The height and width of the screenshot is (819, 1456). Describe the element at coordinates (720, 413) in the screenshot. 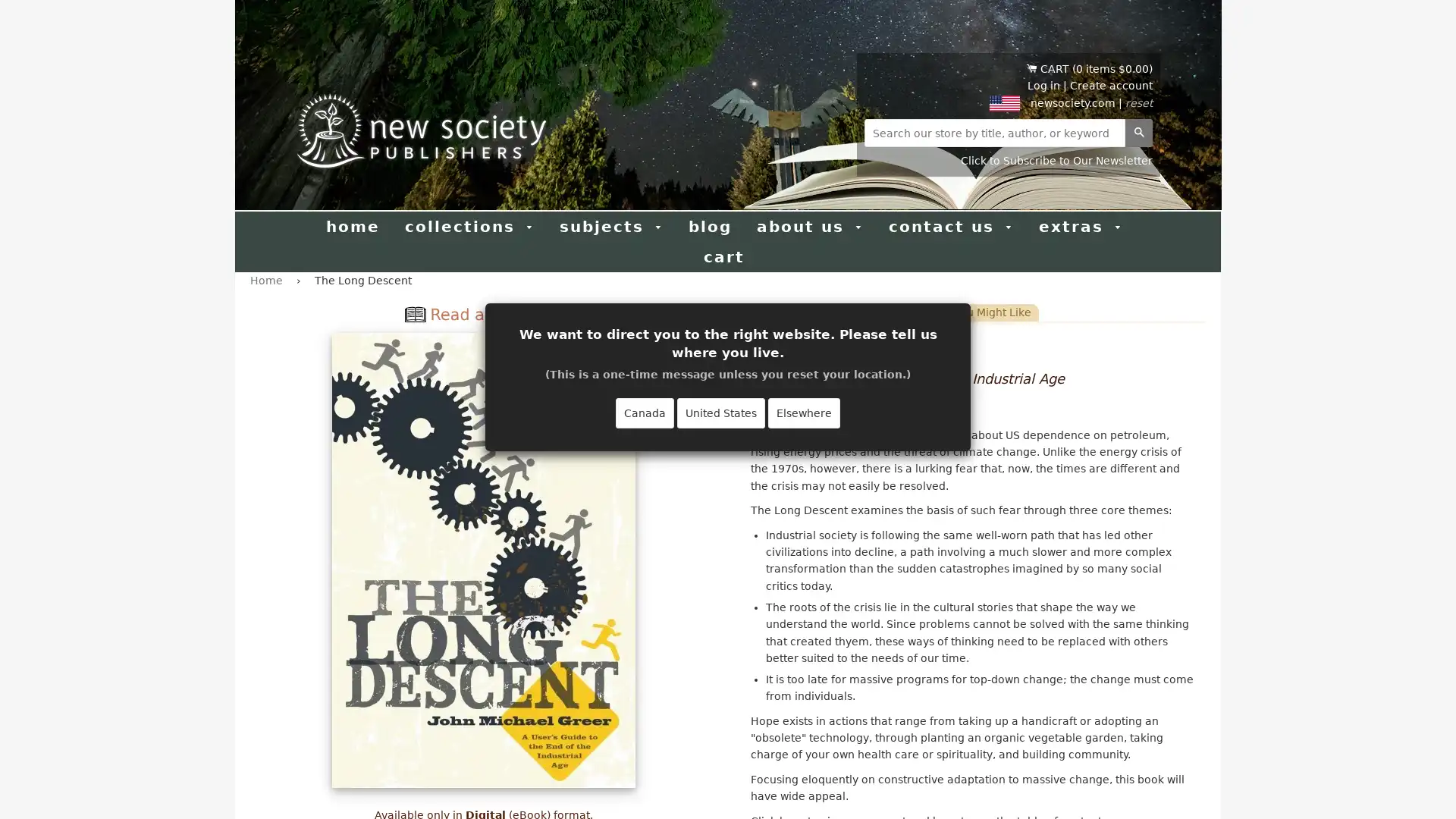

I see `United States` at that location.